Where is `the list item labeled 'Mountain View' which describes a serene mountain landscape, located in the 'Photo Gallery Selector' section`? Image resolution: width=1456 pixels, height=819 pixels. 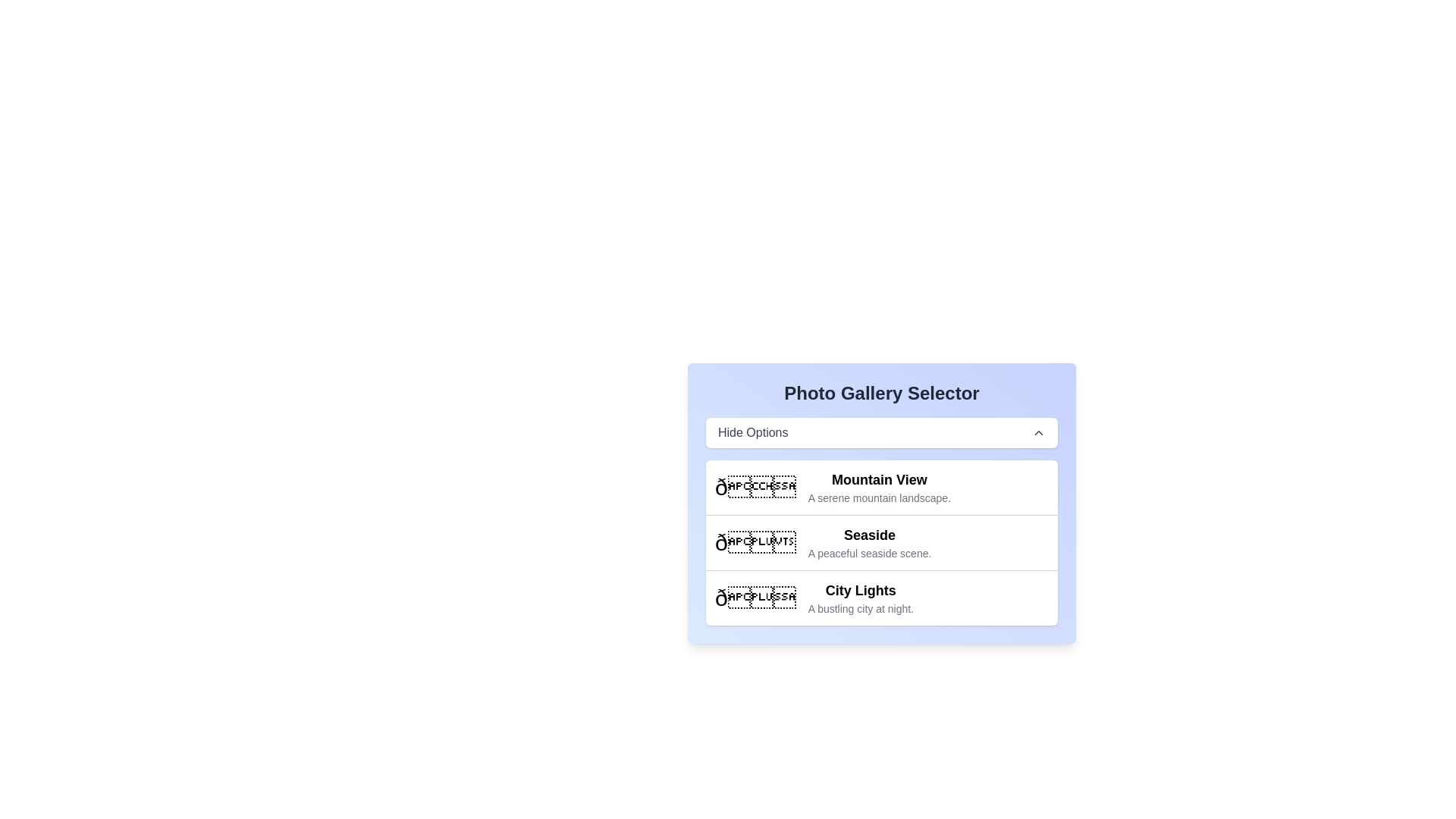 the list item labeled 'Mountain View' which describes a serene mountain landscape, located in the 'Photo Gallery Selector' section is located at coordinates (881, 488).